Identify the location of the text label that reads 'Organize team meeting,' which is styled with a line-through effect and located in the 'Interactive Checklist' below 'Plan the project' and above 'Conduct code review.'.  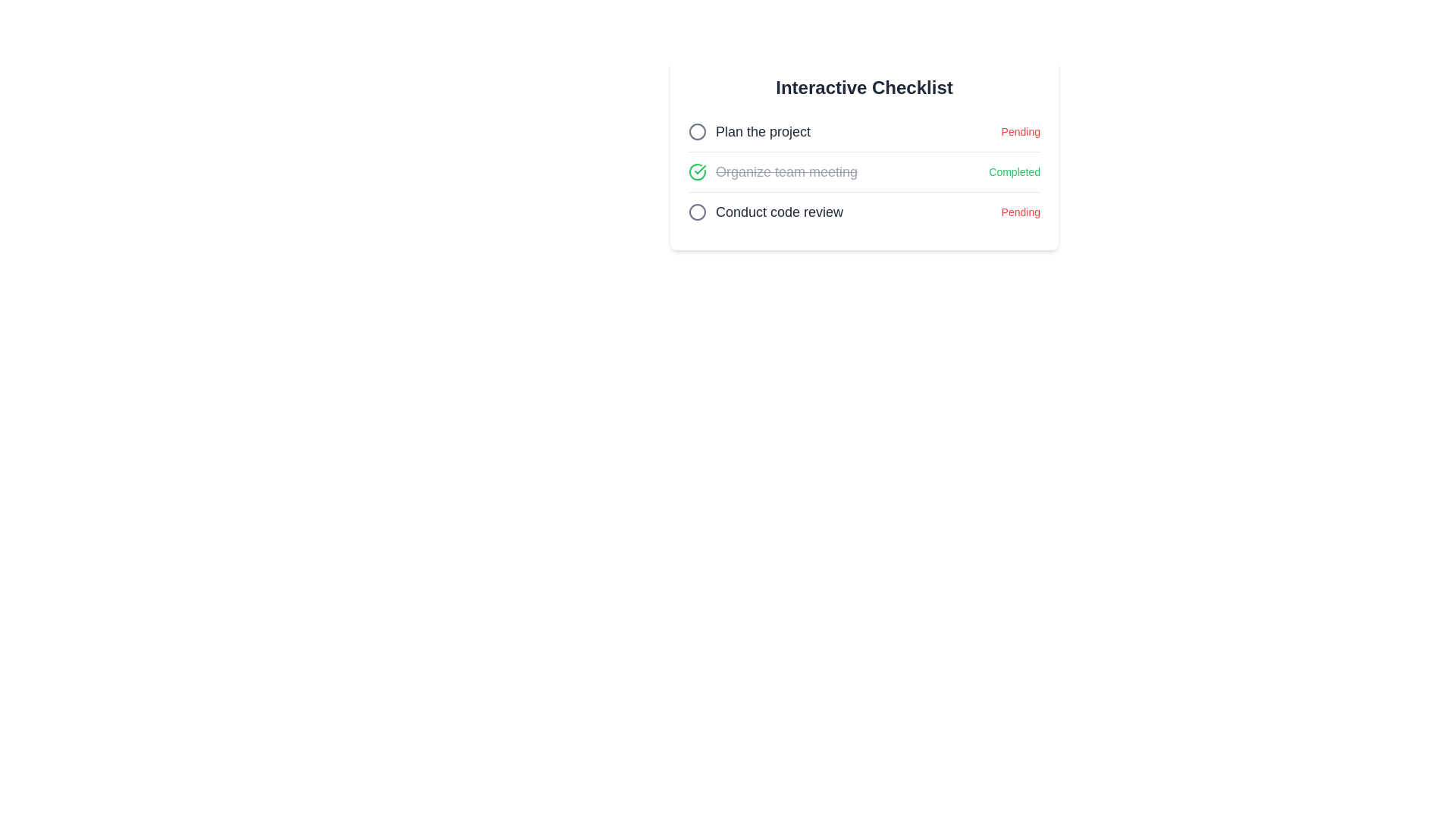
(773, 171).